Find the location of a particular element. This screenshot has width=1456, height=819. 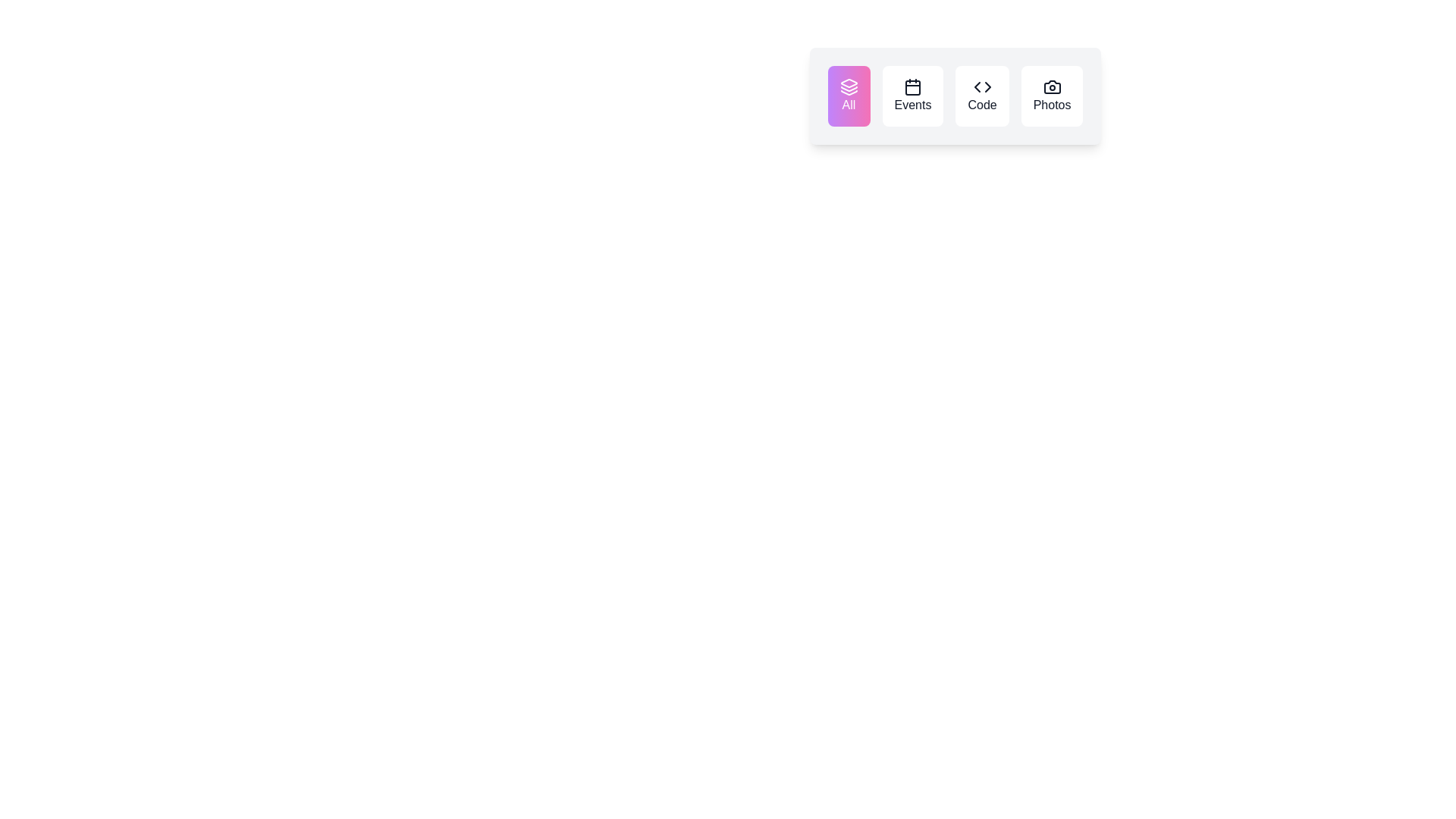

the left-pointing chevron icon within the 'Code' button, which is part of a pair of chevrons in an SVG icon is located at coordinates (977, 87).